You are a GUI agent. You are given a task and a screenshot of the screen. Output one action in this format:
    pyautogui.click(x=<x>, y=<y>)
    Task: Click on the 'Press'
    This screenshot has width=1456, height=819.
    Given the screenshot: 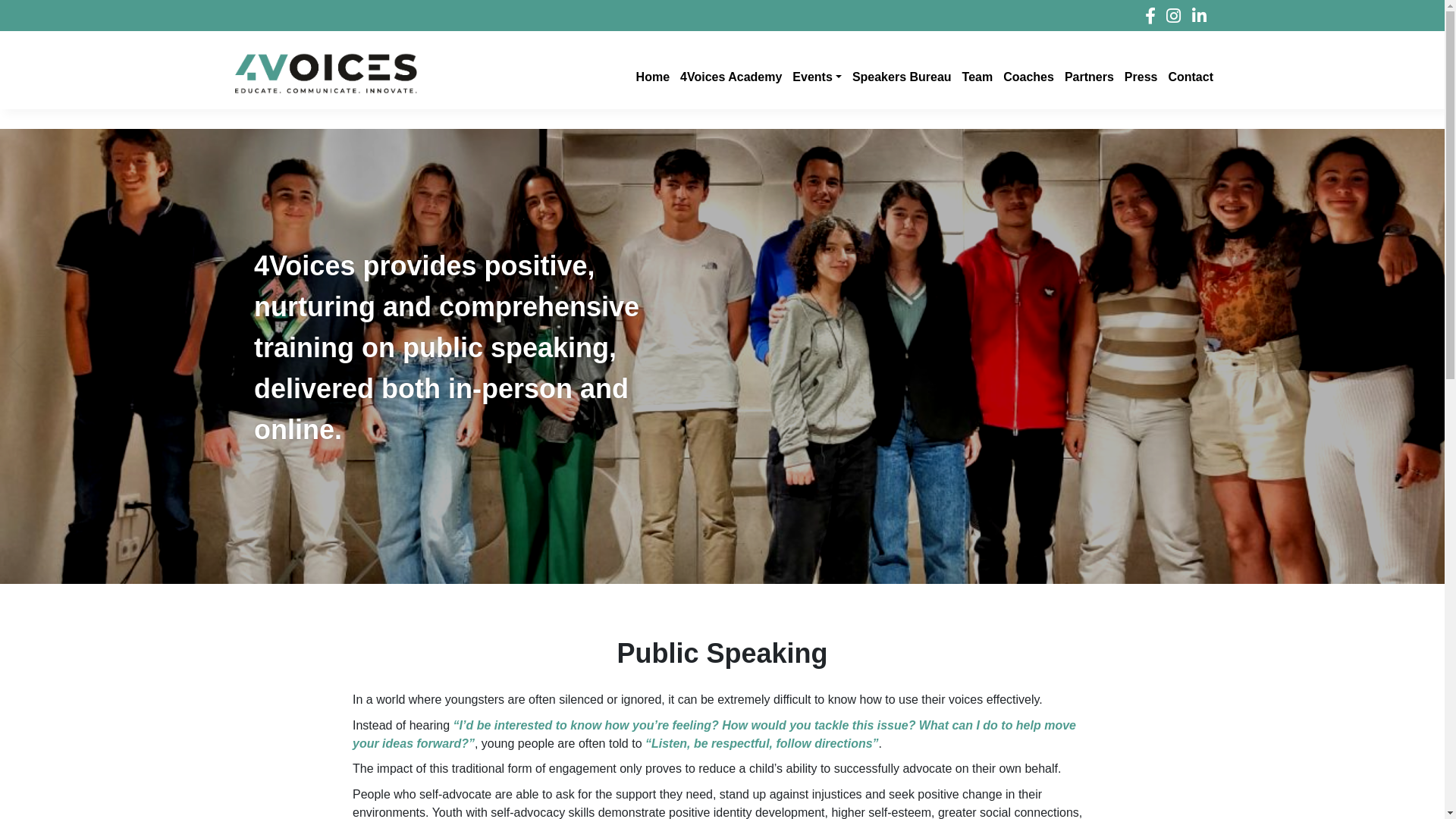 What is the action you would take?
    pyautogui.click(x=1139, y=74)
    